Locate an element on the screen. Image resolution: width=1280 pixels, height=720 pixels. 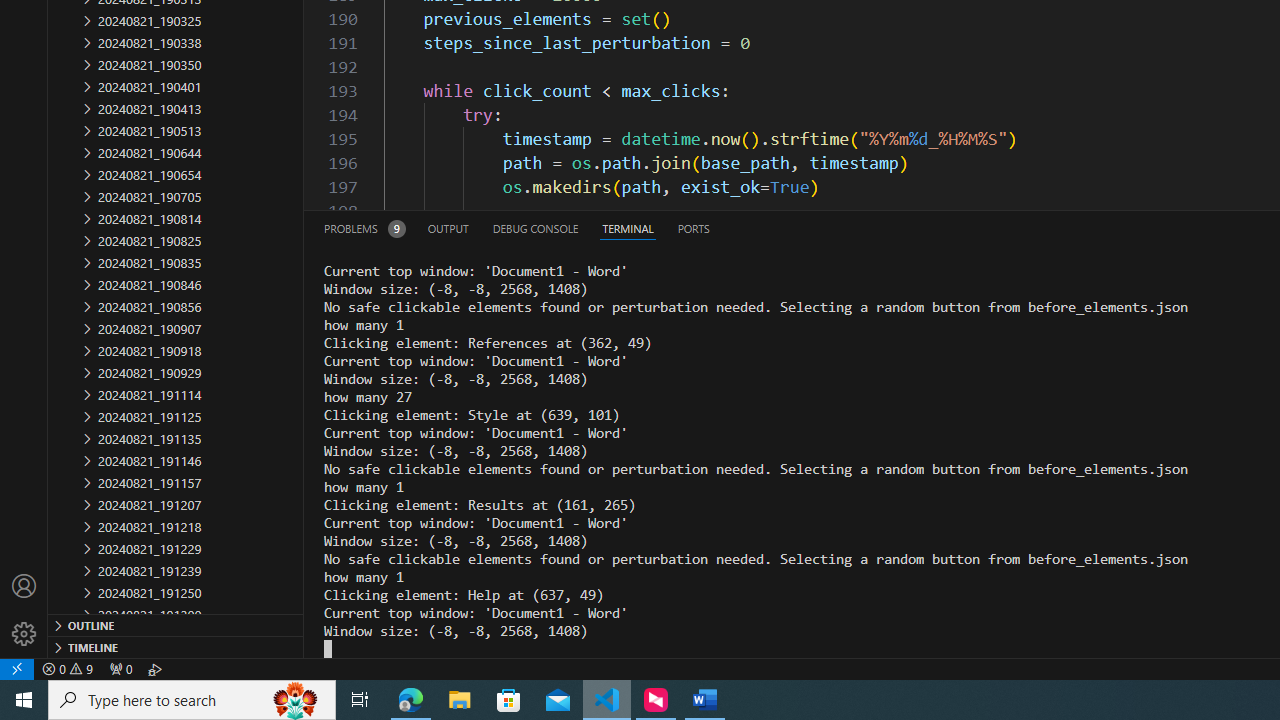
'Debug Console (Ctrl+Shift+Y)' is located at coordinates (535, 227).